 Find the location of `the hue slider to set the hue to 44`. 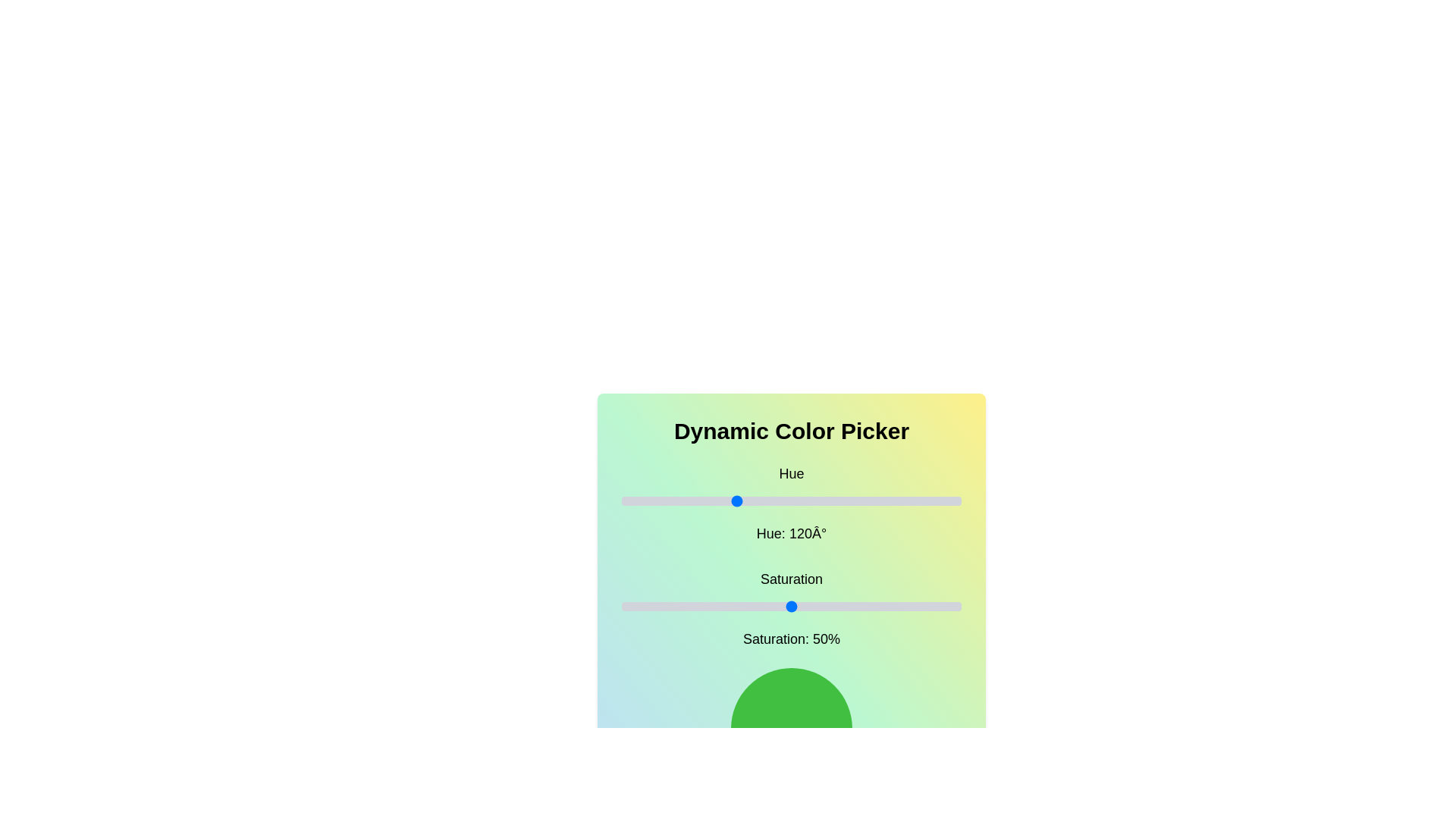

the hue slider to set the hue to 44 is located at coordinates (663, 500).